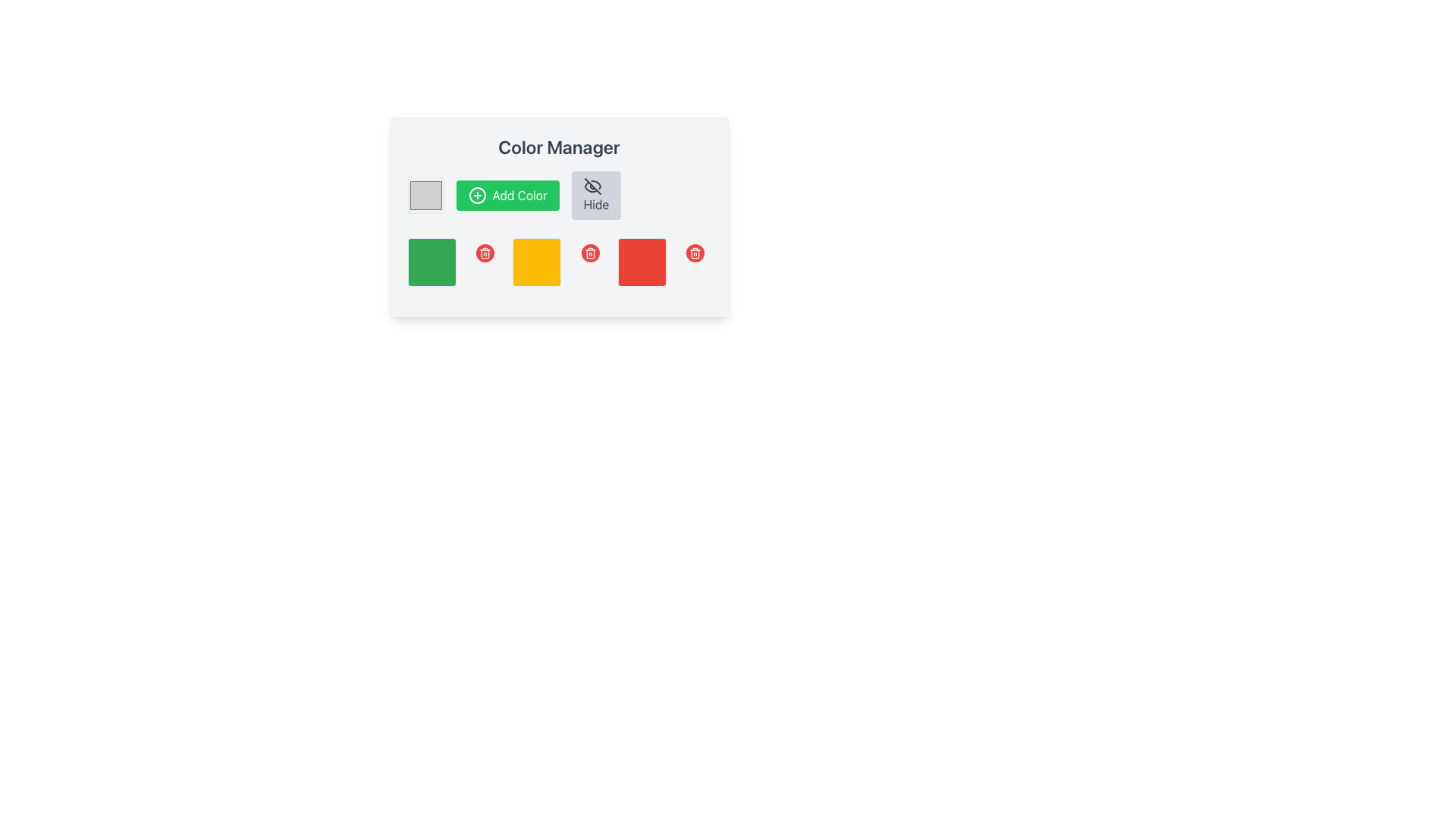  Describe the element at coordinates (485, 253) in the screenshot. I see `the trash can icon with a red circular background, which is the second icon from the left among three similar icons located below the color blocks, to initiate the delete action` at that location.